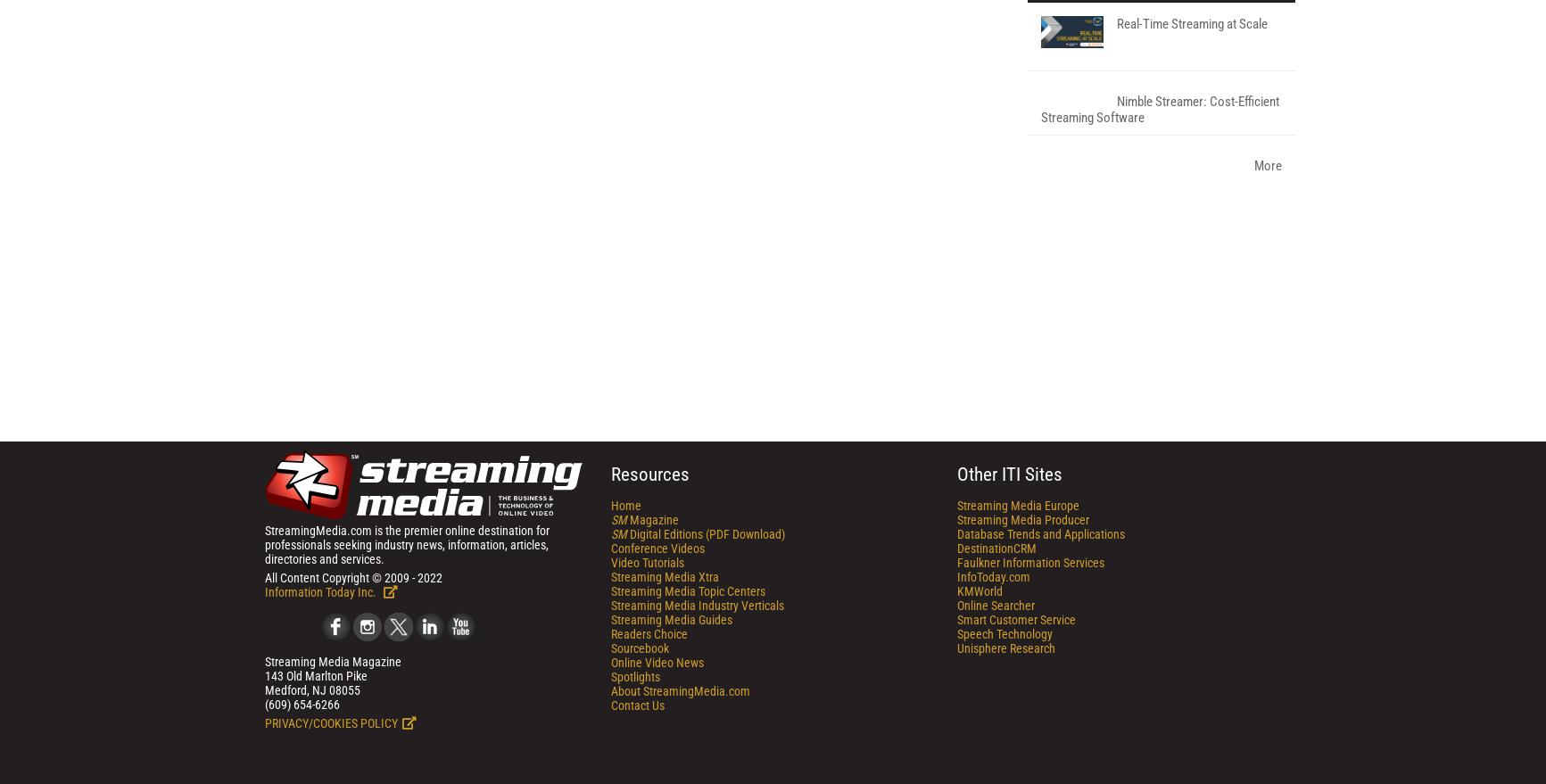 This screenshot has height=784, width=1546. What do you see at coordinates (955, 753) in the screenshot?
I see `'Streaming Media Producer'` at bounding box center [955, 753].